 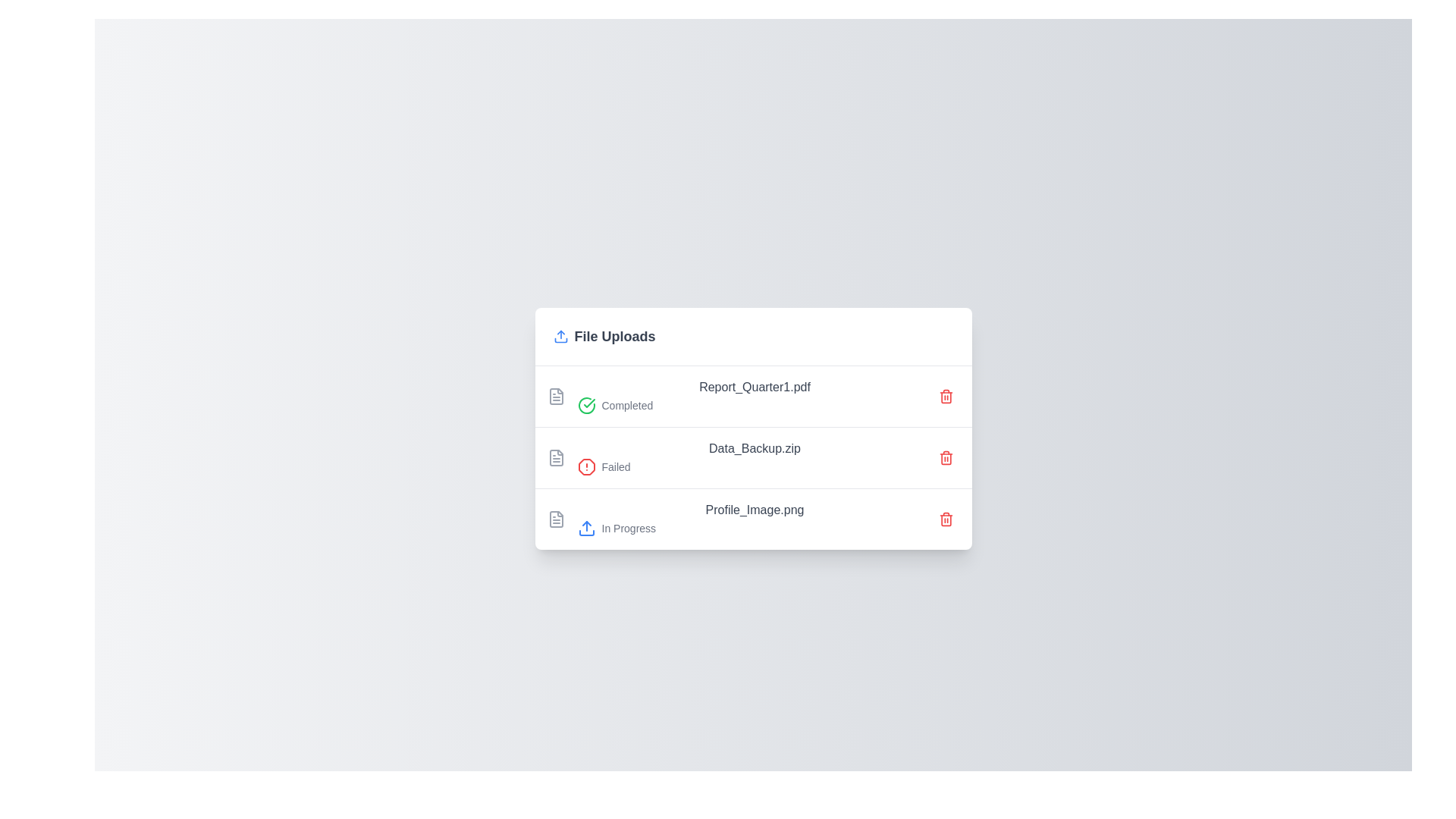 I want to click on the 'Completed' text label that indicates task completion, styled with a capitalized font, positioned inline with a green circular icon with a checkmark, adjacent to the file title 'Report_Quarter1.pdf', so click(x=627, y=404).